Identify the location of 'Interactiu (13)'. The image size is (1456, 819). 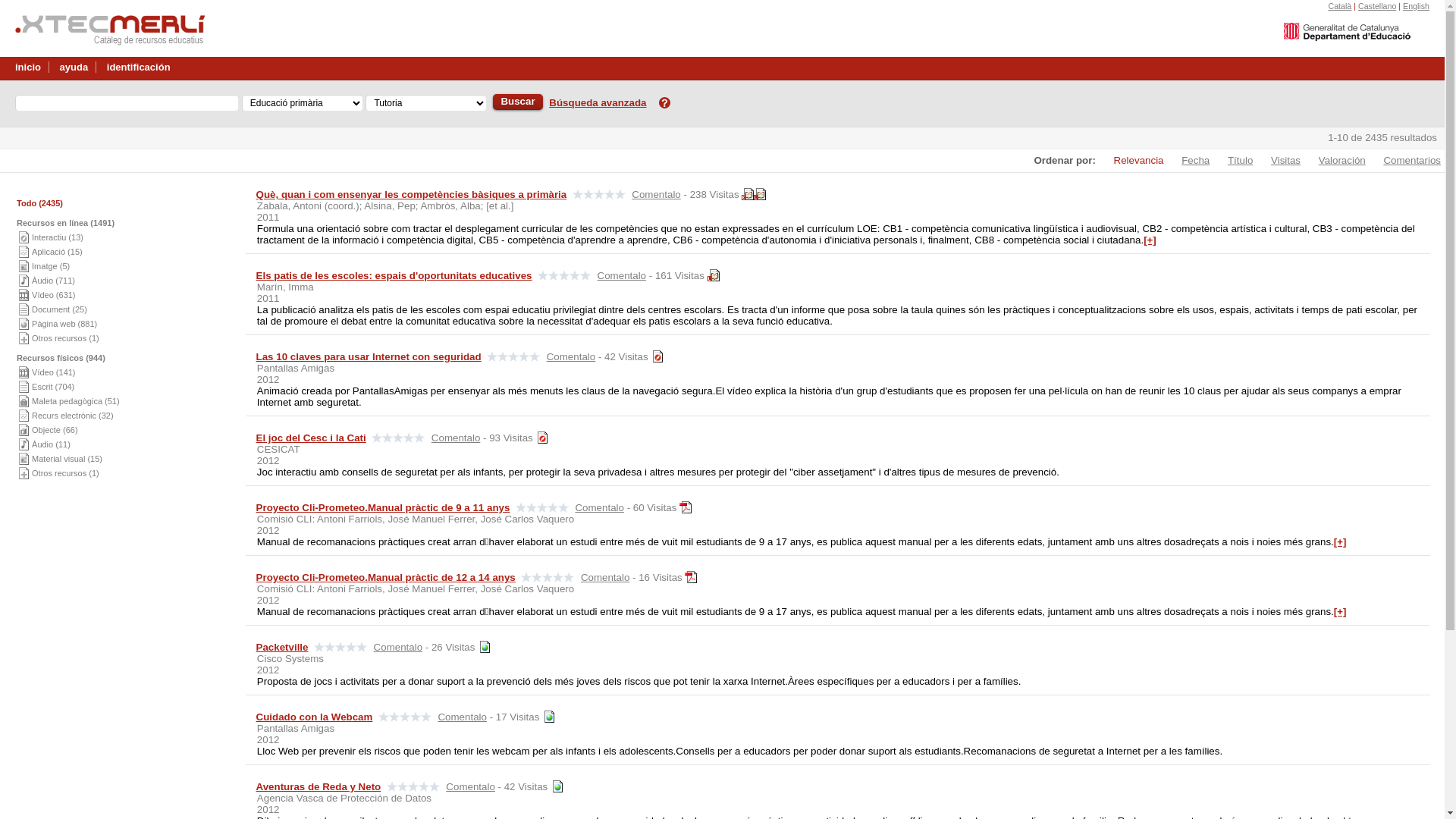
(32, 237).